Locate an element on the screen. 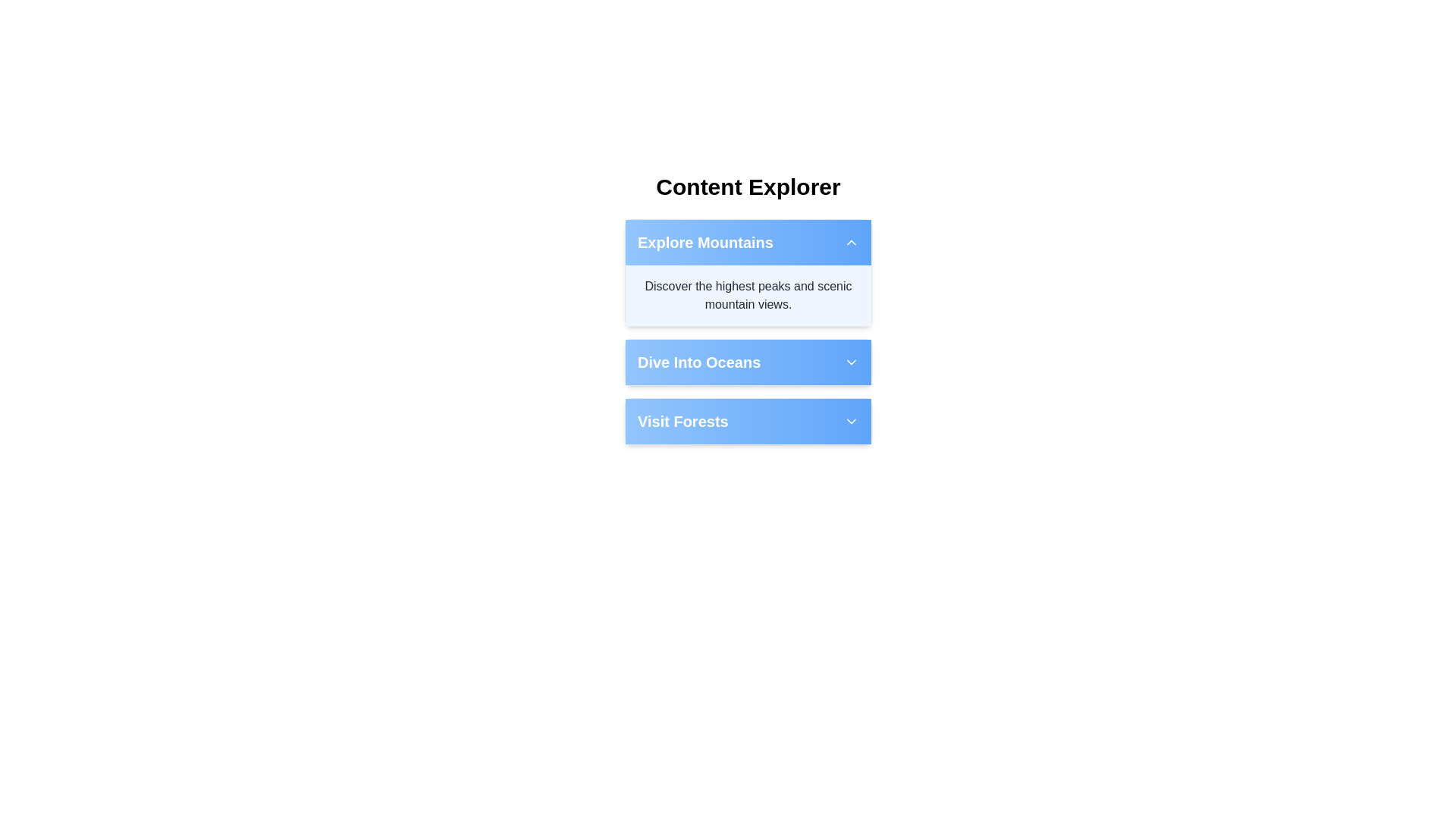 Image resolution: width=1456 pixels, height=819 pixels. the downward-pointing chevron icon next to the 'Visit Forests' dropdown header is located at coordinates (852, 421).